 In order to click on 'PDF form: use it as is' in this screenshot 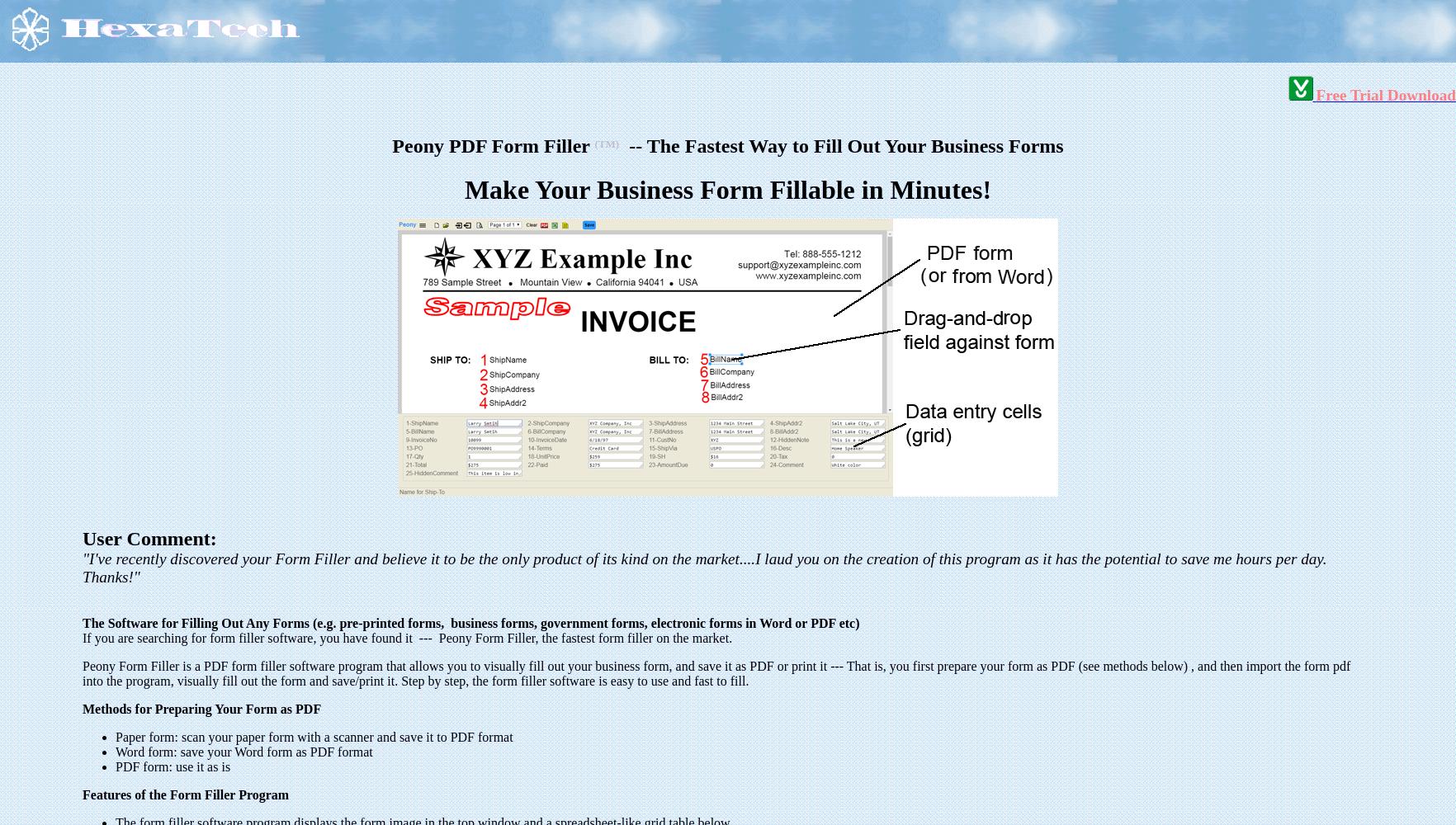, I will do `click(173, 766)`.